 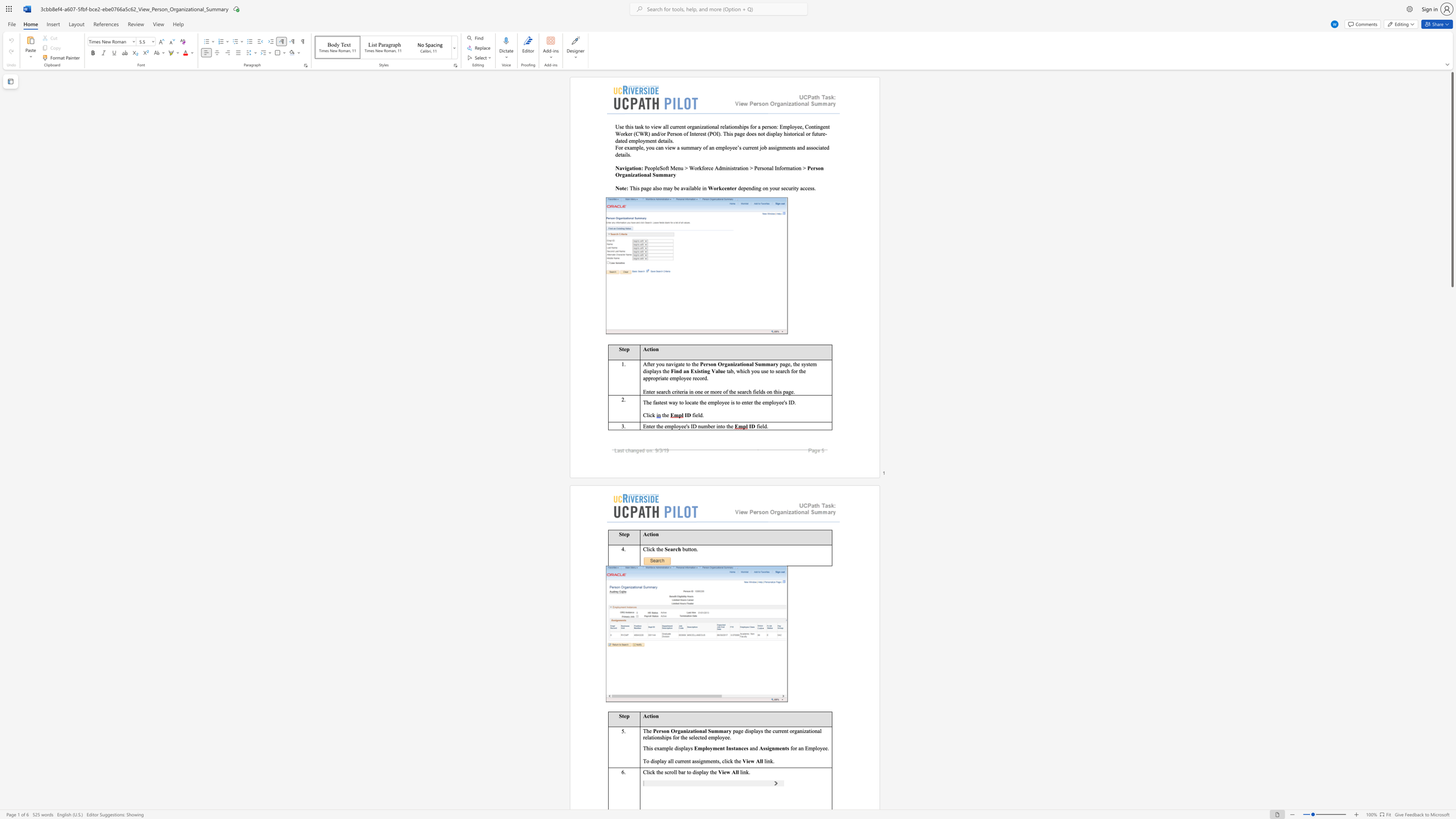 What do you see at coordinates (635, 168) in the screenshot?
I see `the space between the continuous character "i" and "o" in the text` at bounding box center [635, 168].